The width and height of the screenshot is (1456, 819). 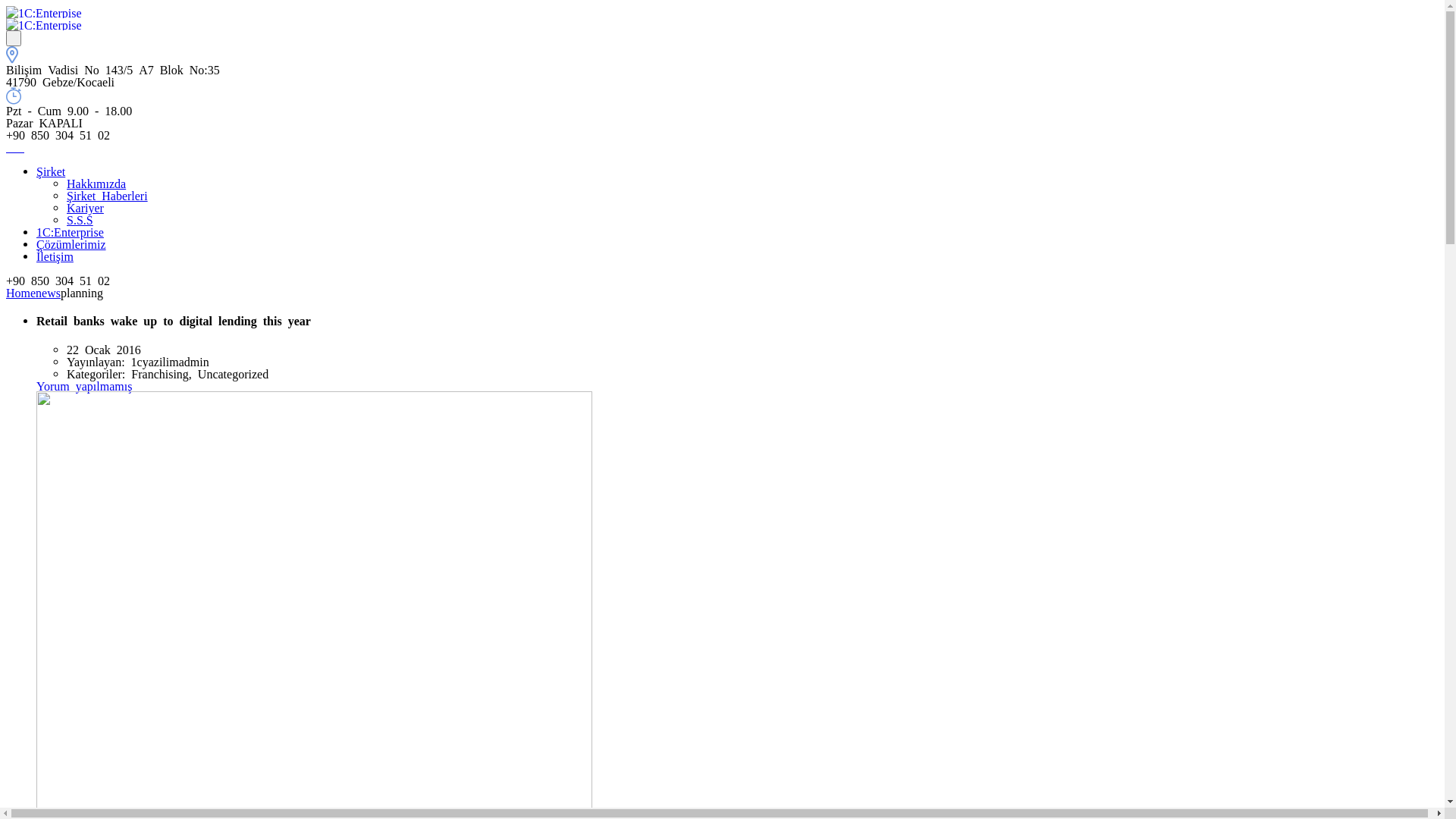 What do you see at coordinates (11, 146) in the screenshot?
I see `' '` at bounding box center [11, 146].